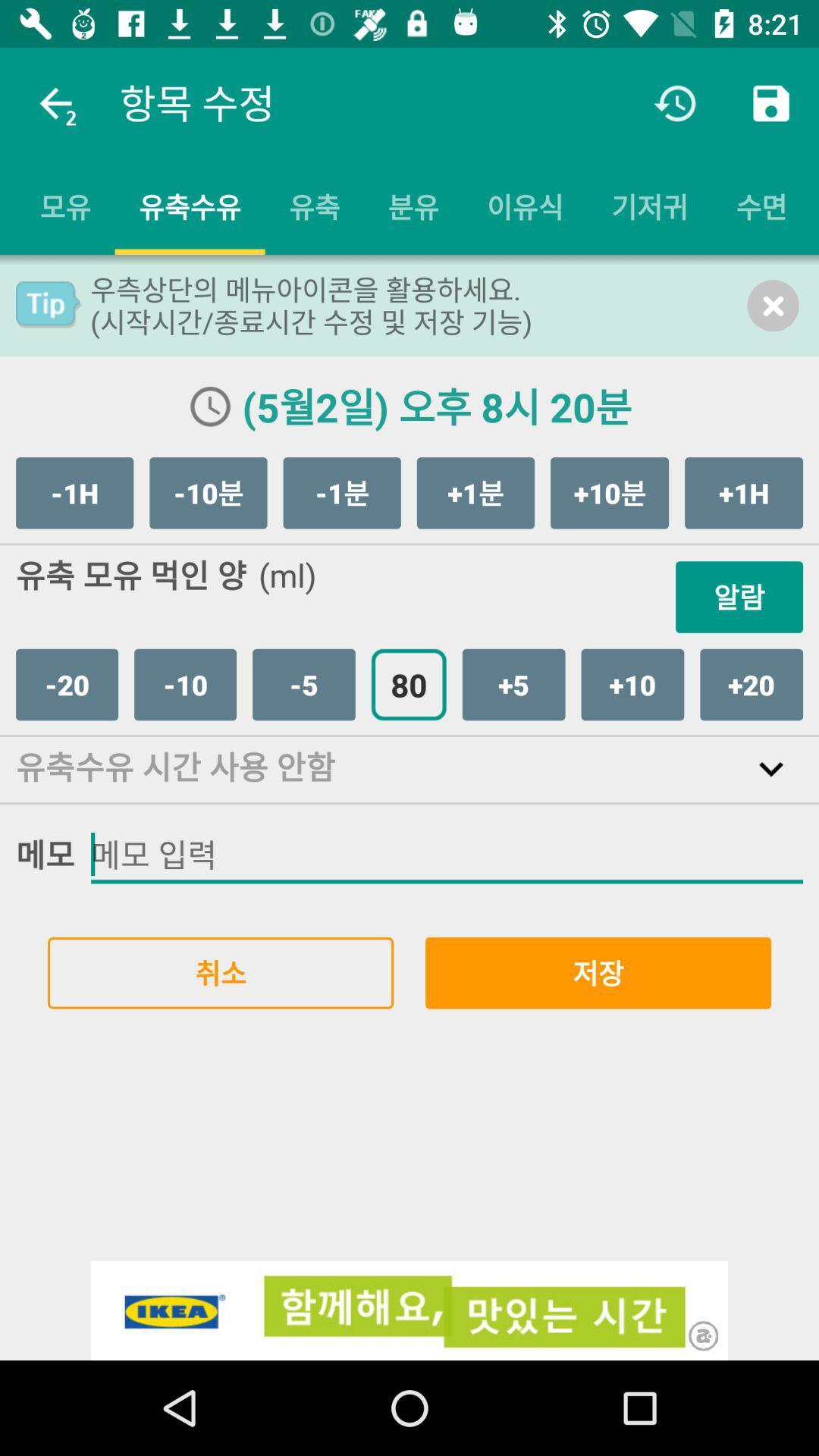 This screenshot has height=1456, width=819. Describe the element at coordinates (513, 683) in the screenshot. I see `5 which is at the left side of 10` at that location.